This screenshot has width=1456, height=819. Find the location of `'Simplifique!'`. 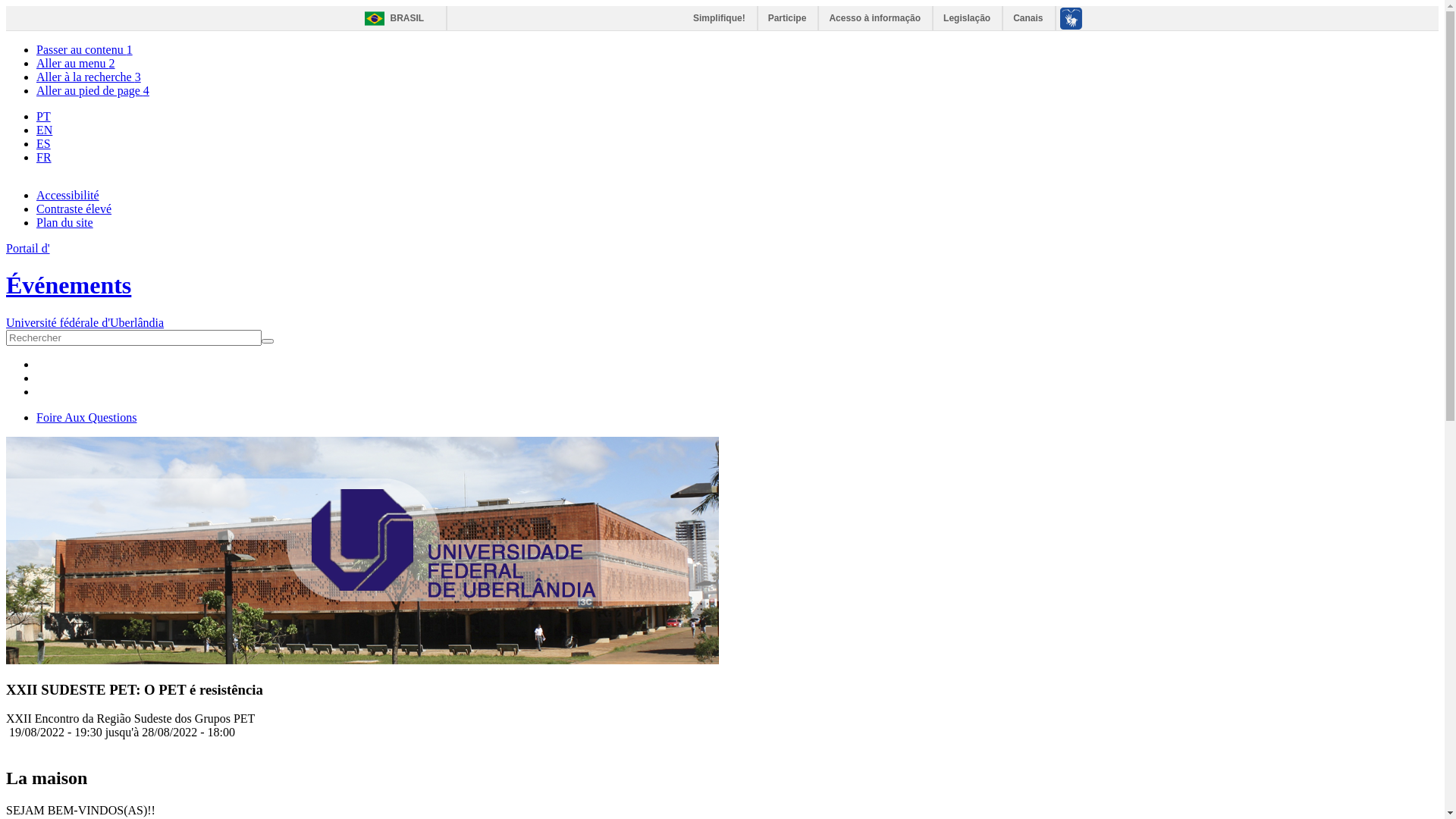

'Simplifique!' is located at coordinates (682, 17).